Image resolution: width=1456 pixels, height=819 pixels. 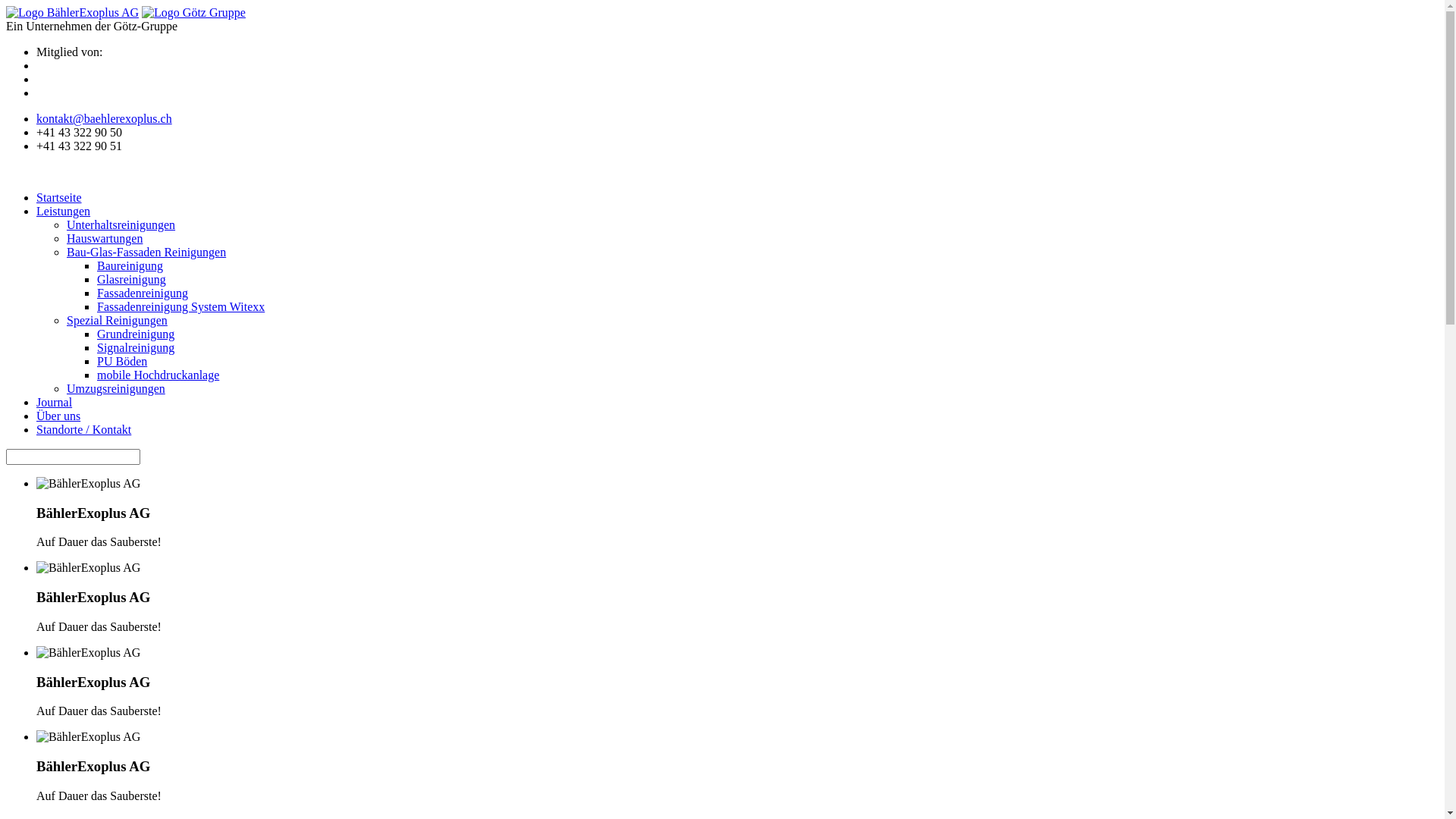 I want to click on 'mobile Hochdruckanlage', so click(x=158, y=375).